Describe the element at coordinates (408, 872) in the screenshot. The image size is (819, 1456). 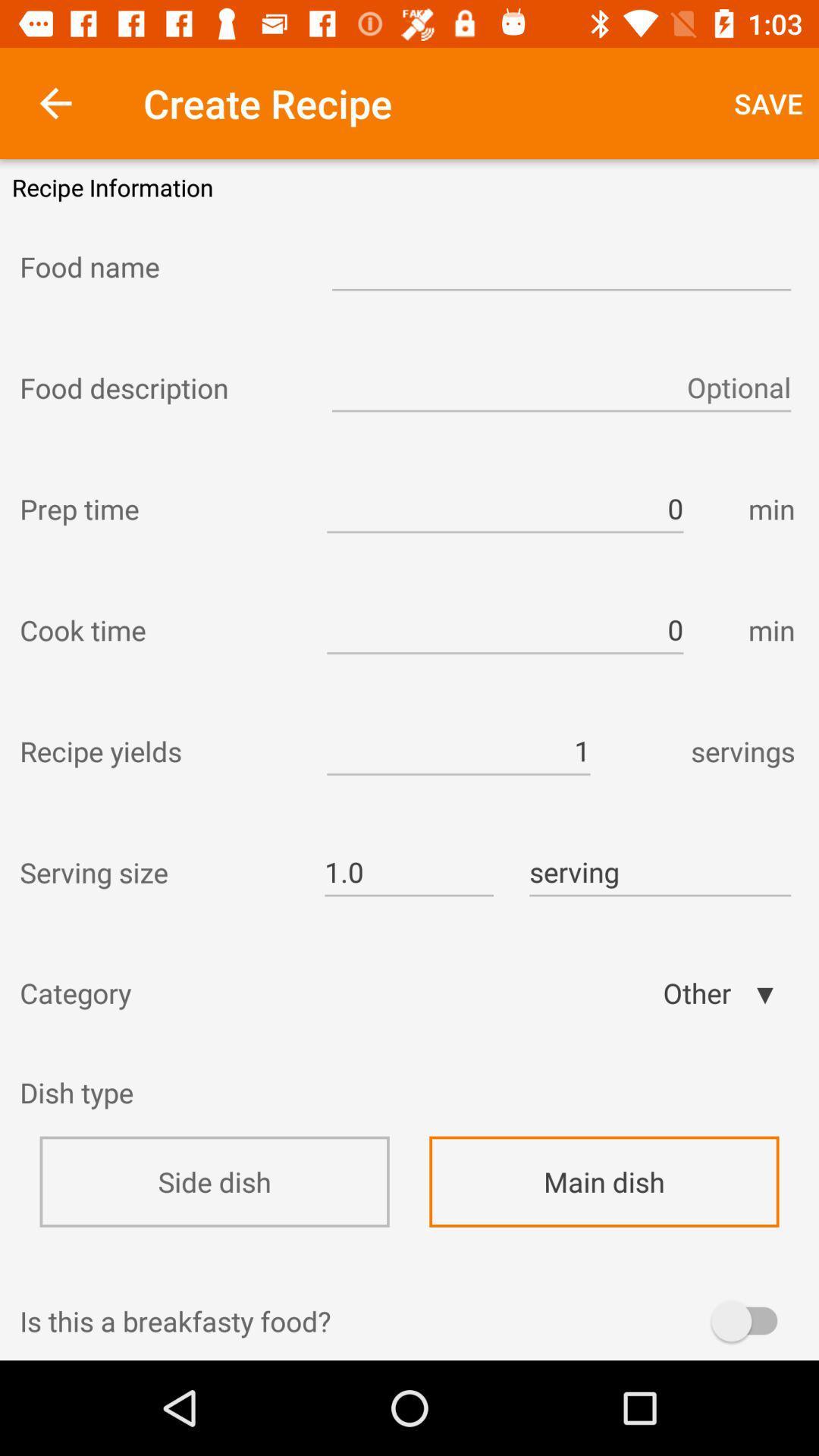
I see `item to the left of serving icon` at that location.